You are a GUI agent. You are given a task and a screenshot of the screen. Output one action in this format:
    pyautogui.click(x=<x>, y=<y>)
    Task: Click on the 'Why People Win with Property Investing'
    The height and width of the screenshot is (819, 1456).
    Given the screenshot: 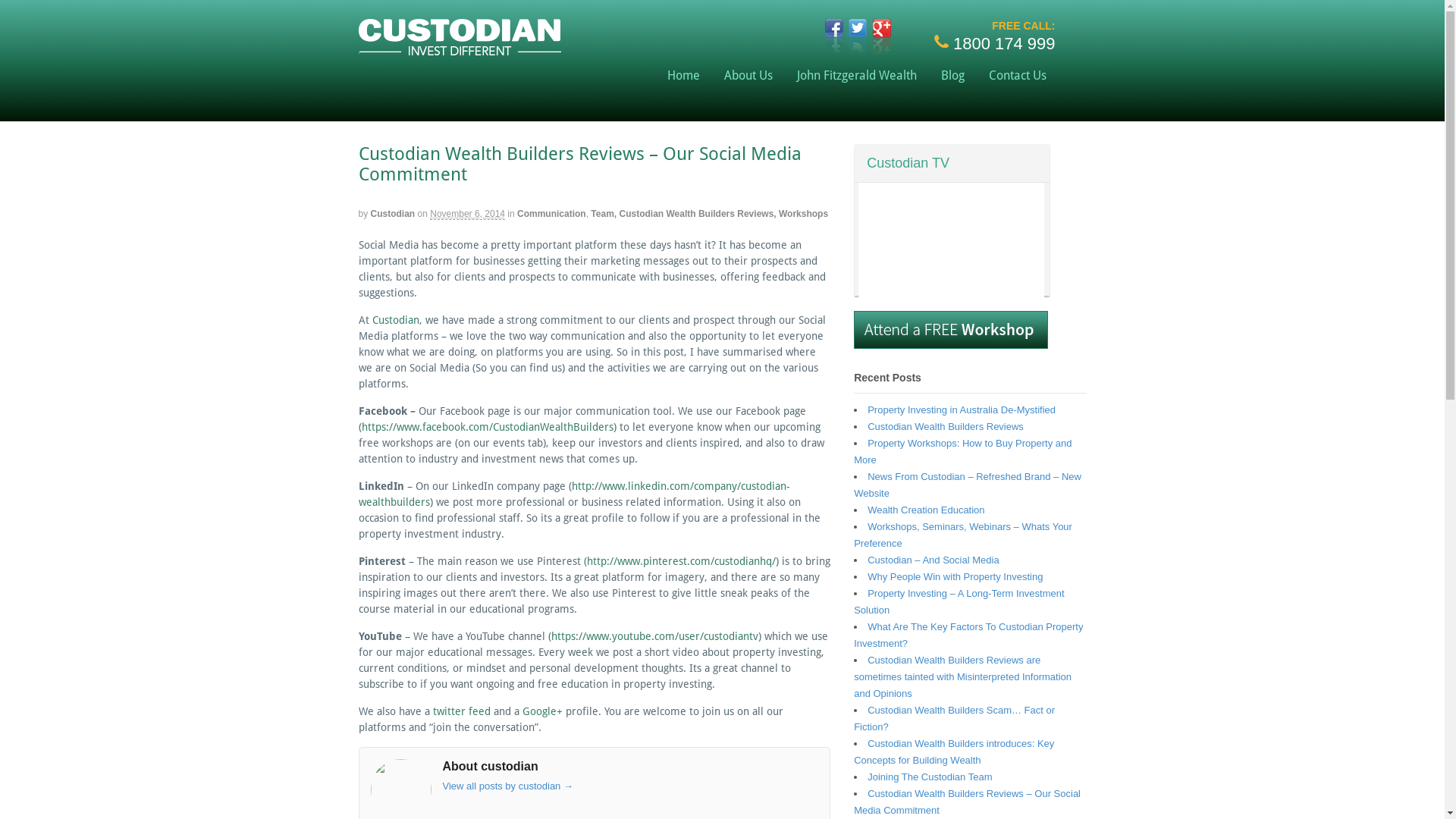 What is the action you would take?
    pyautogui.click(x=867, y=576)
    